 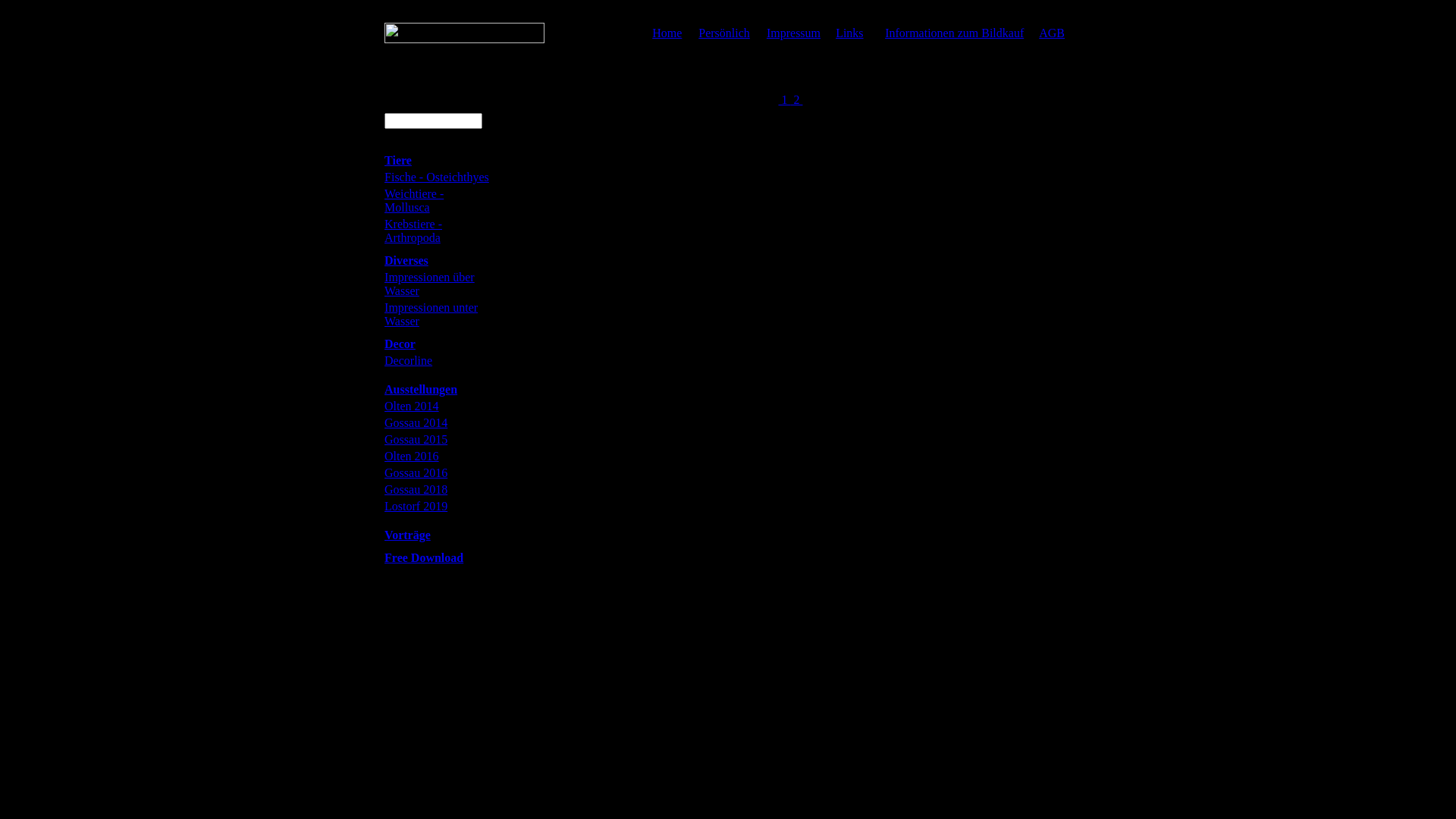 I want to click on 'Tiere', so click(x=397, y=160).